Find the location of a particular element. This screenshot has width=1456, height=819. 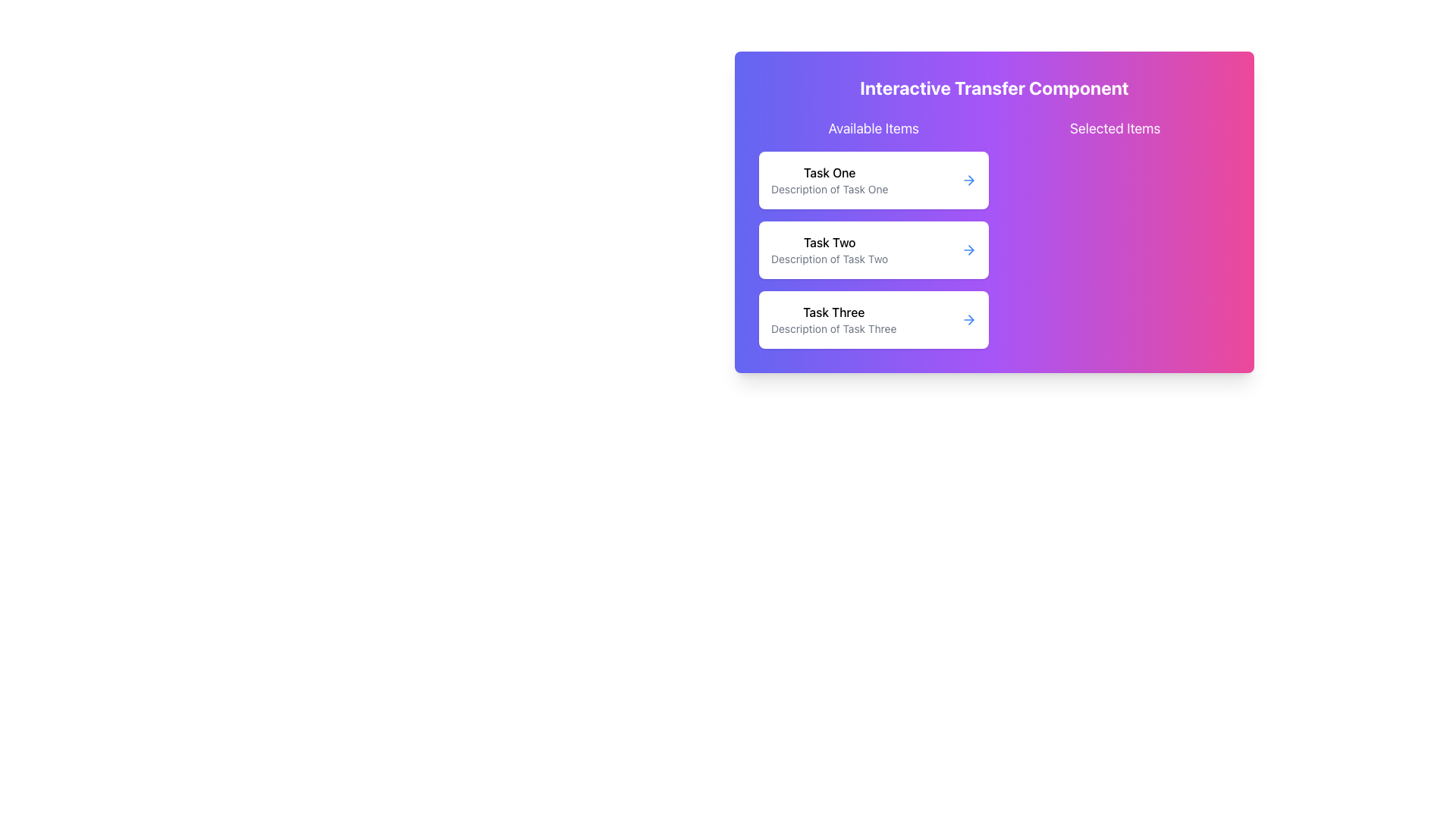

the informational text located below 'Task Three' in the third card of the vertical stack is located at coordinates (833, 328).